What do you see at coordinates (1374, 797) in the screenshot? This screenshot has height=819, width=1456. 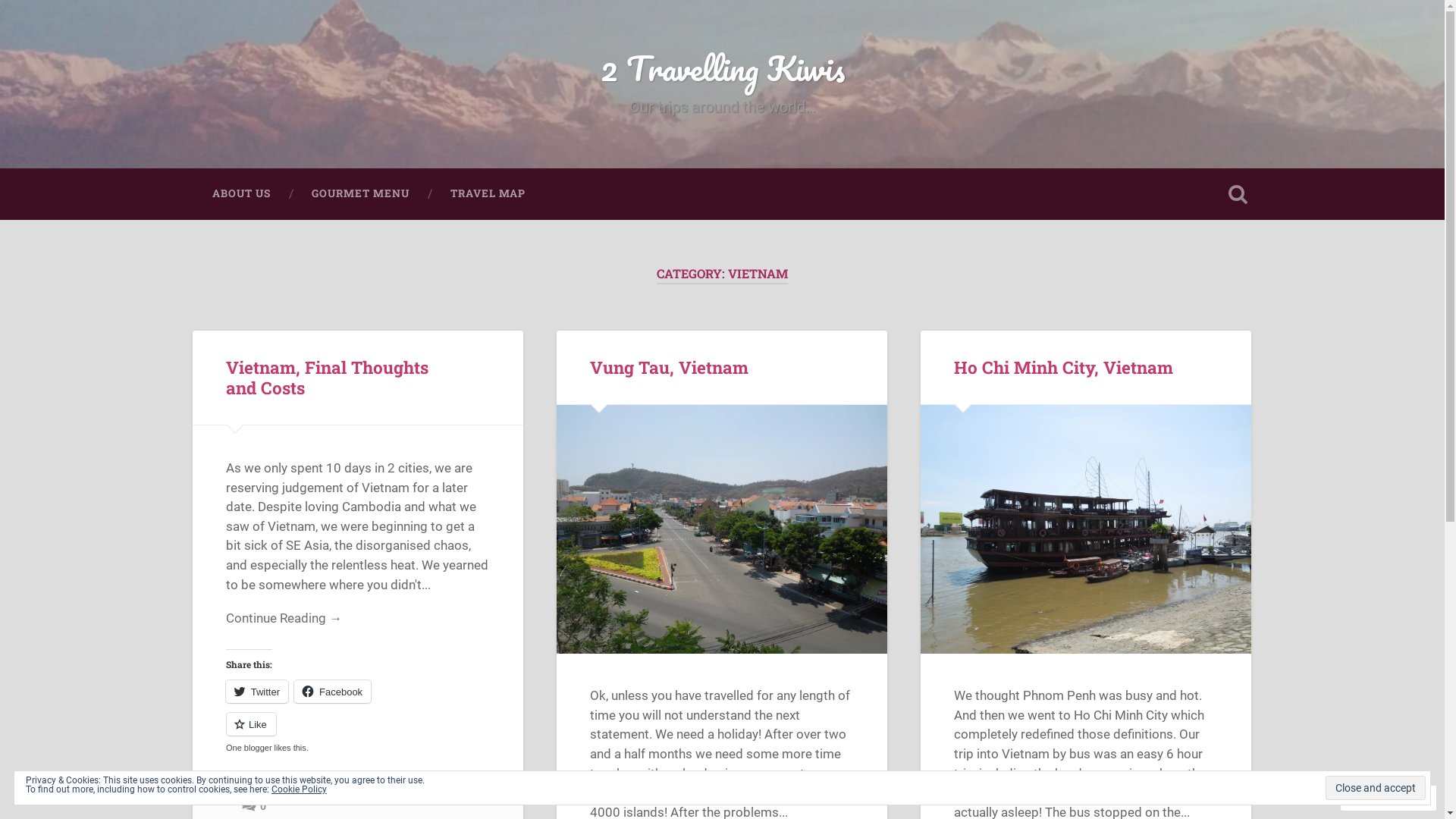 I see `'Follow'` at bounding box center [1374, 797].